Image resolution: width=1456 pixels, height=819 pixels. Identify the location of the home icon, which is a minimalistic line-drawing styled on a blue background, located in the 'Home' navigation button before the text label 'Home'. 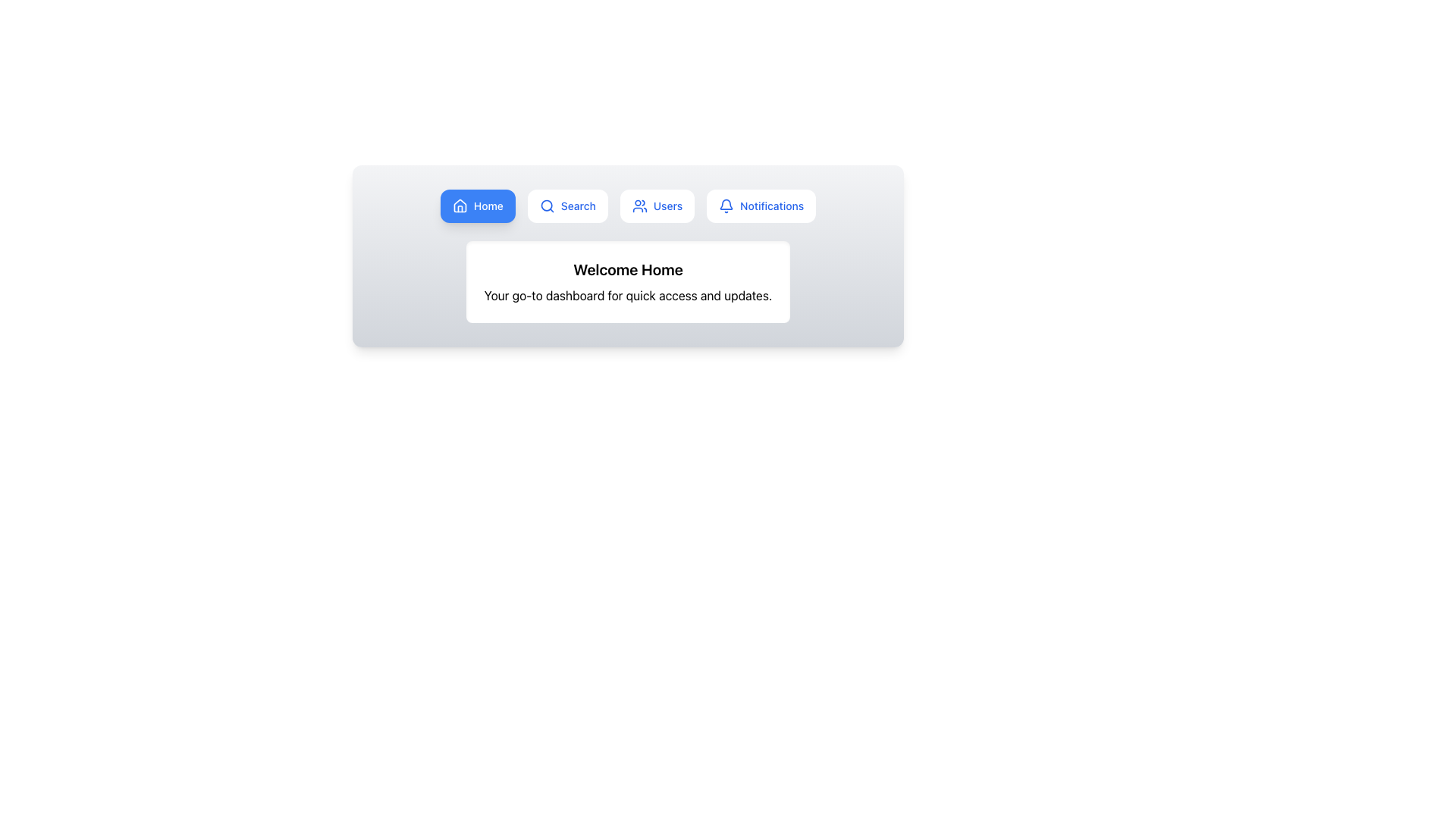
(459, 206).